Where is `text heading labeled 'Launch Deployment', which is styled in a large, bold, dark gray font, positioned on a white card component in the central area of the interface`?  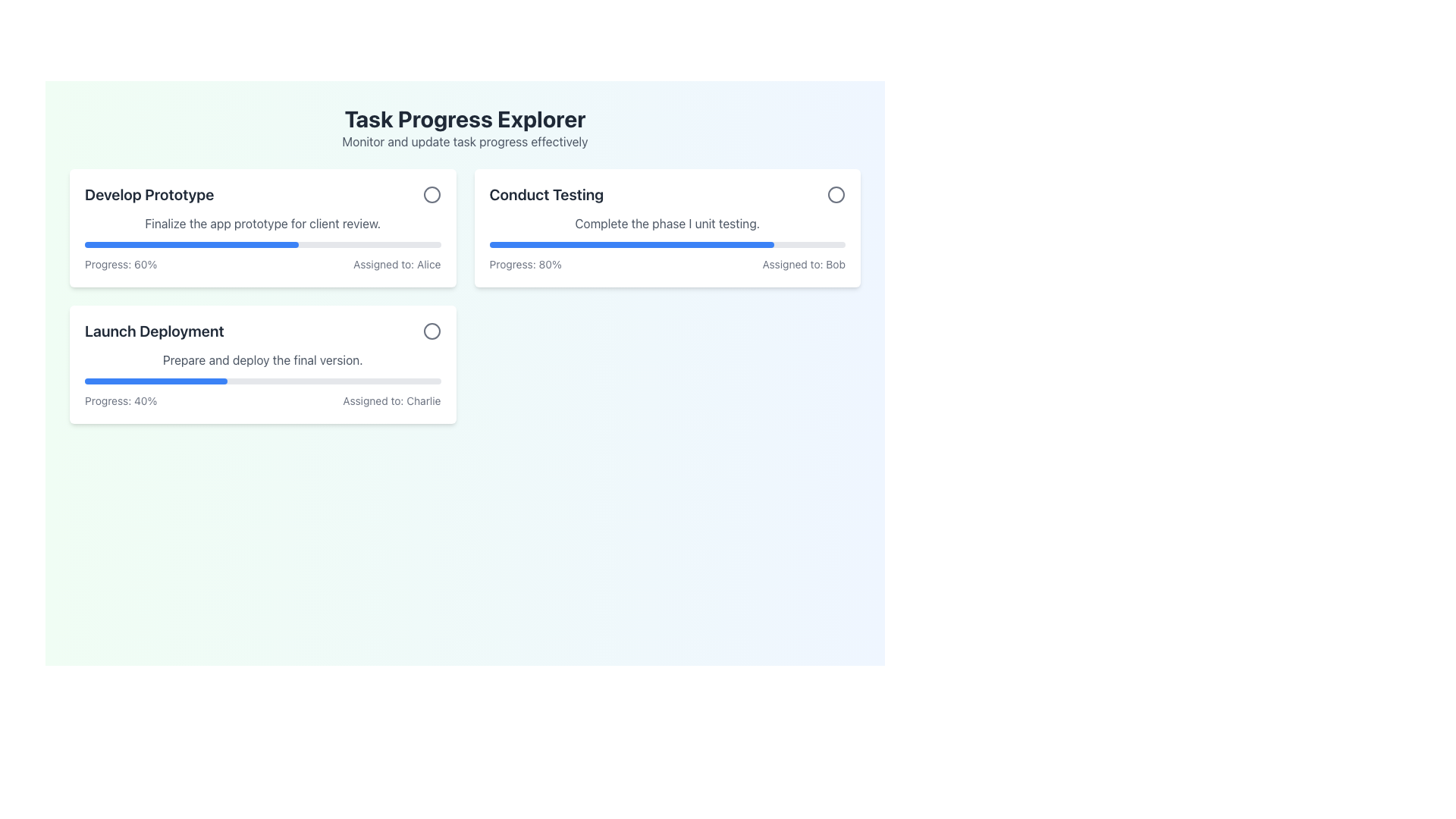 text heading labeled 'Launch Deployment', which is styled in a large, bold, dark gray font, positioned on a white card component in the central area of the interface is located at coordinates (154, 330).